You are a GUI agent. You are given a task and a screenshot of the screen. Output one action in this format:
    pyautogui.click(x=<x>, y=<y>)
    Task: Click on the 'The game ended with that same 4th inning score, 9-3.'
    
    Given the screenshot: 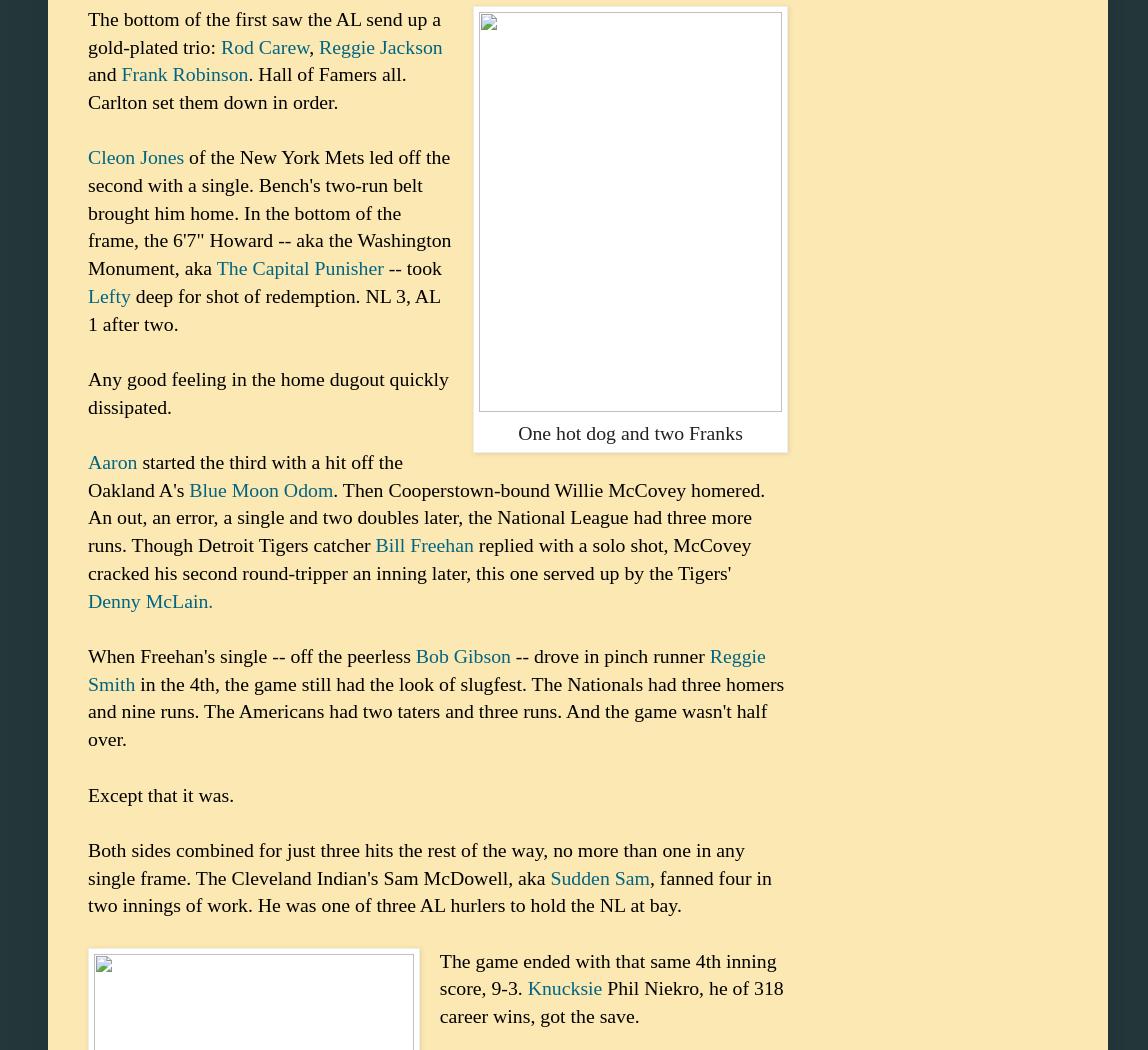 What is the action you would take?
    pyautogui.click(x=607, y=972)
    